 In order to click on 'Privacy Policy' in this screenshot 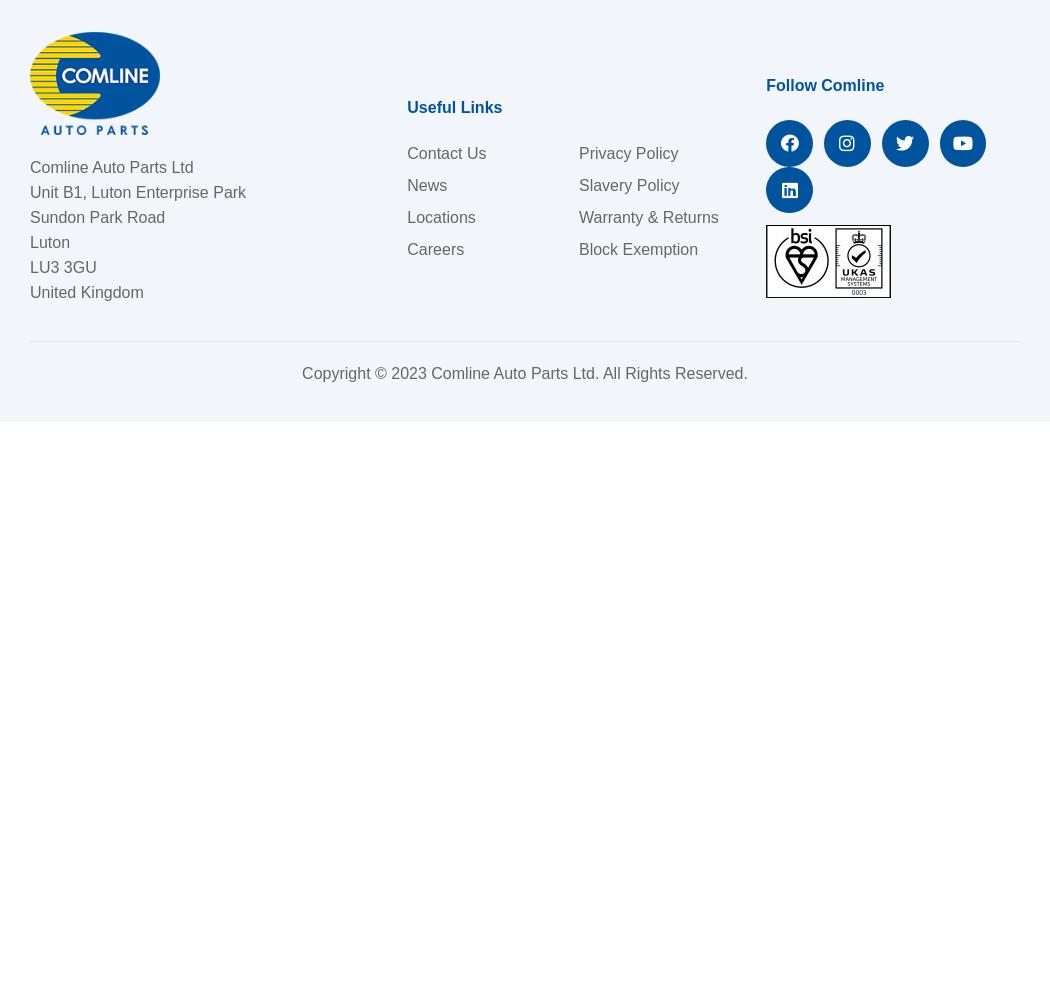, I will do `click(628, 152)`.